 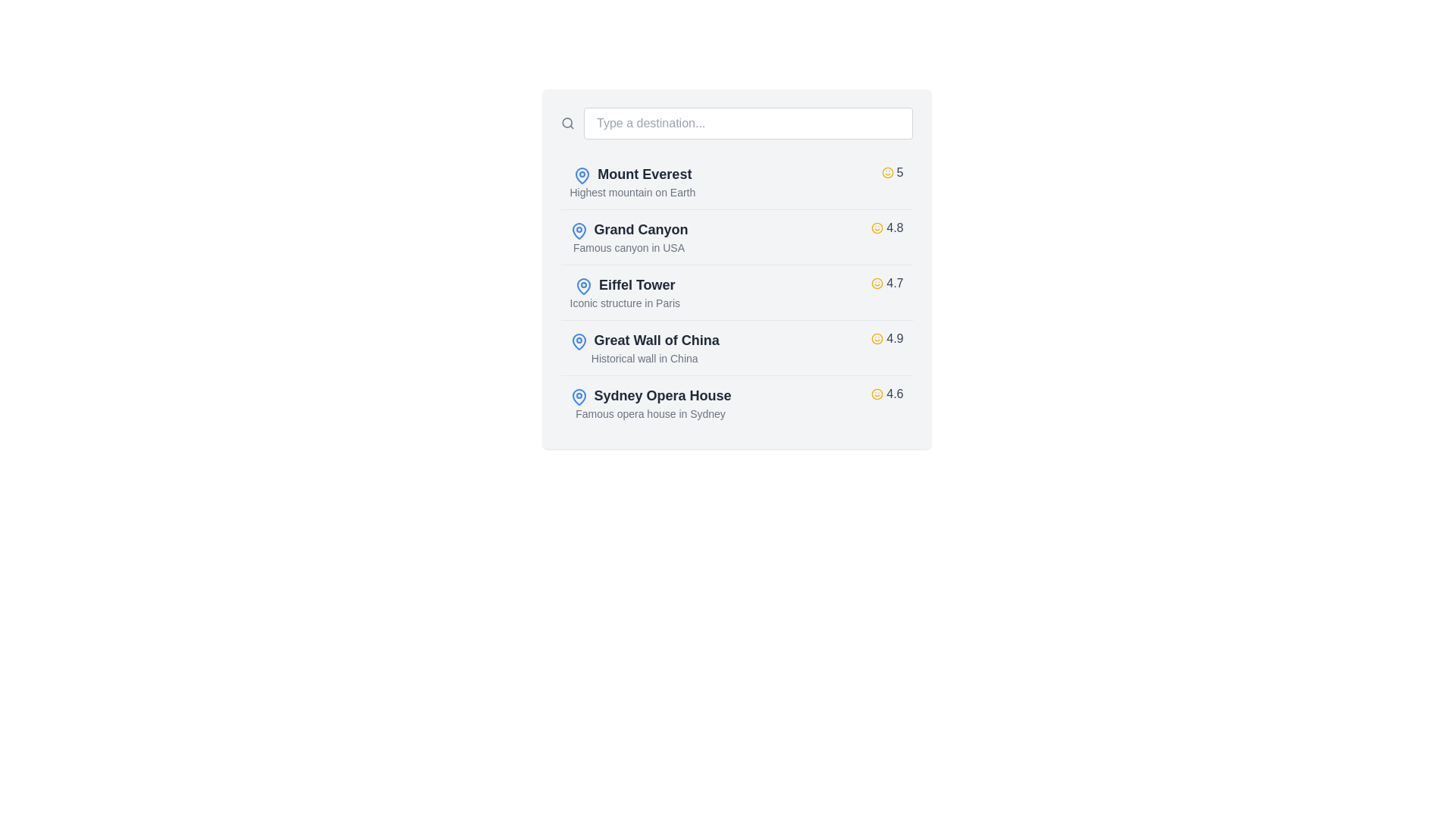 What do you see at coordinates (895, 394) in the screenshot?
I see `the text '4.6' in the rating indicator located at the bottom of the list under 'Sydney Opera House' for copying` at bounding box center [895, 394].